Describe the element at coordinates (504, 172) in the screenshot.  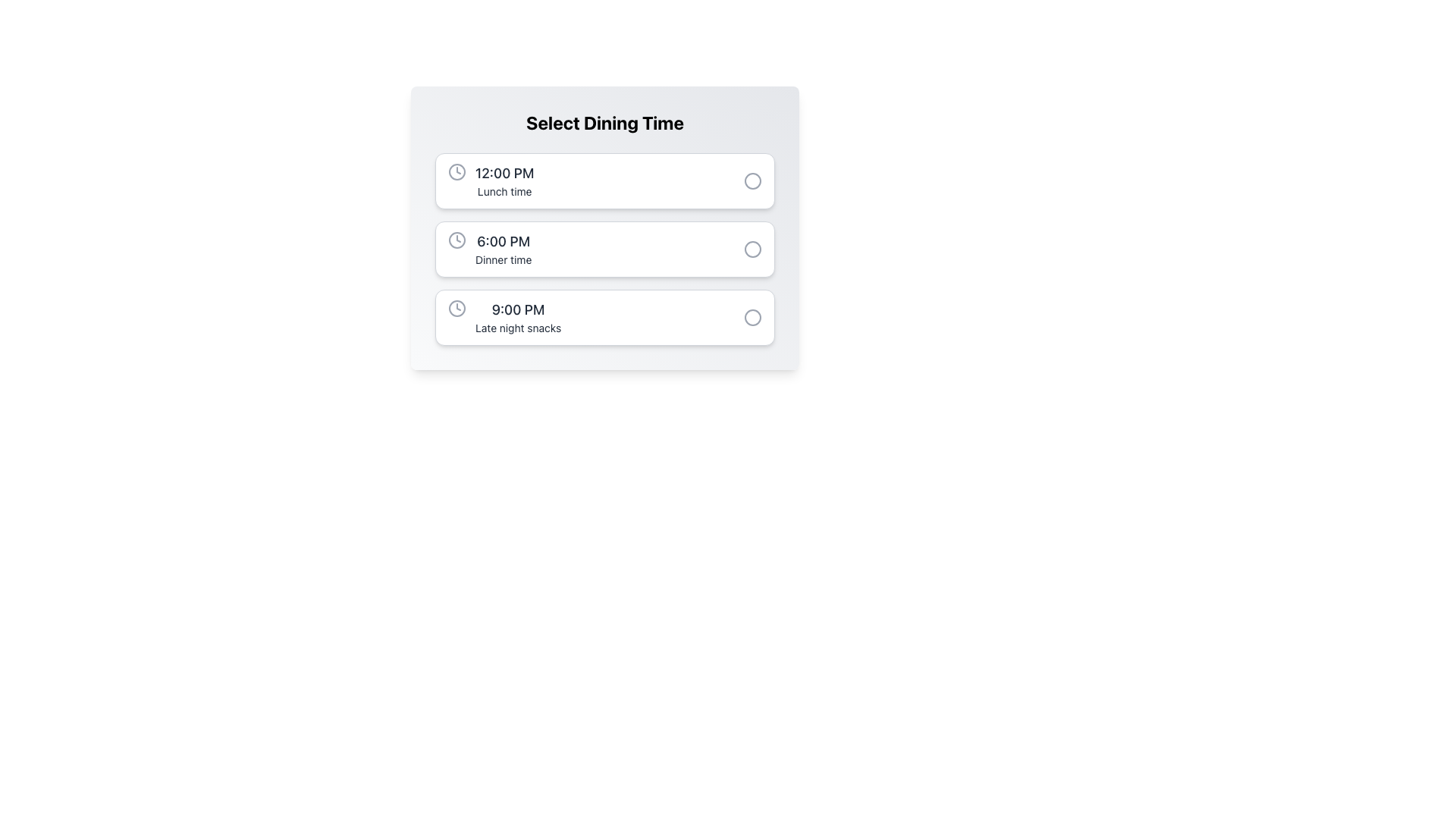
I see `the text label indicating the time '12:00 PM' located at the top-left of the first time selection card next to the clock icon` at that location.